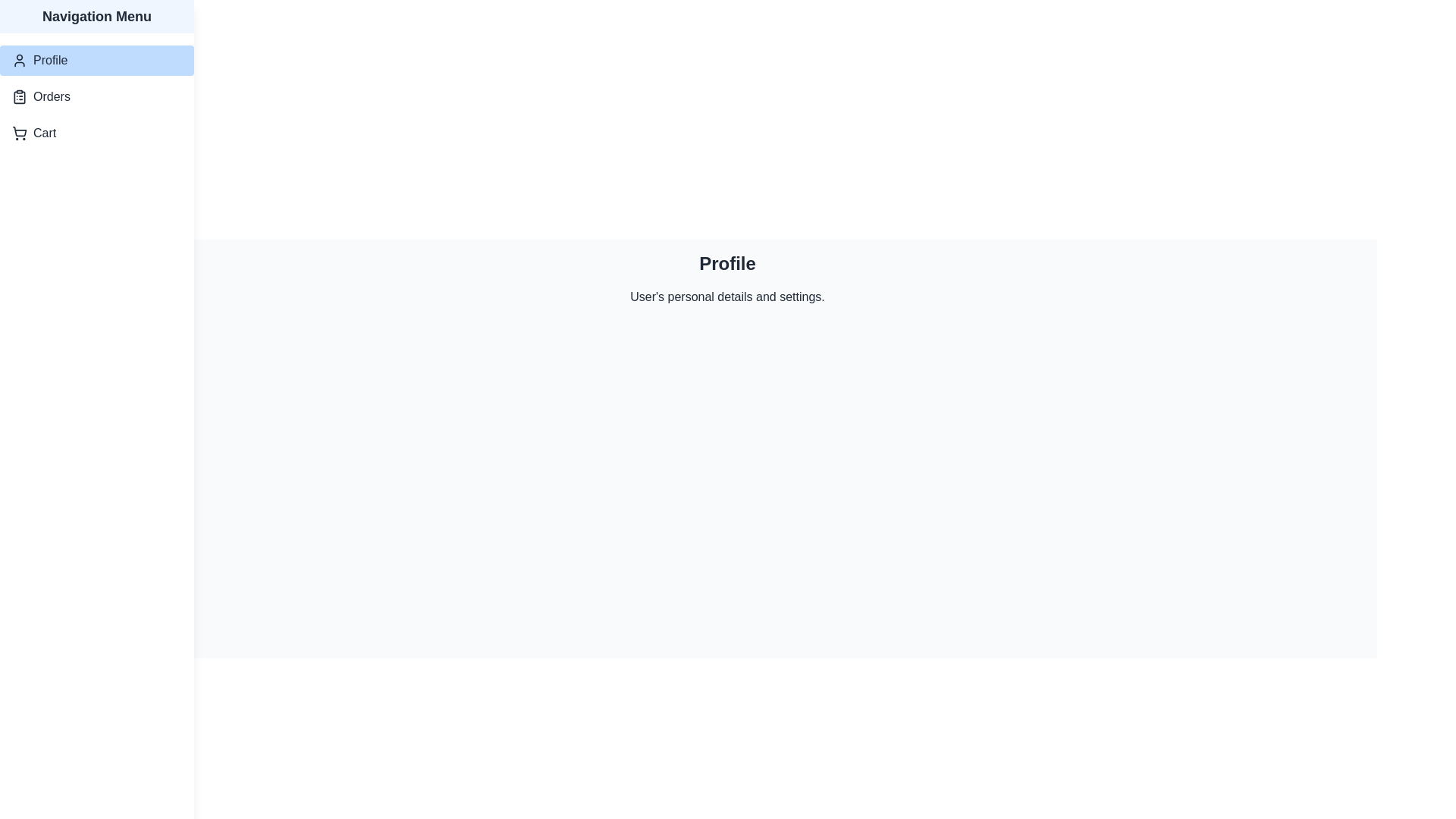 This screenshot has height=819, width=1456. What do you see at coordinates (45, 133) in the screenshot?
I see `the third menu option label in the left-side navigation menu` at bounding box center [45, 133].